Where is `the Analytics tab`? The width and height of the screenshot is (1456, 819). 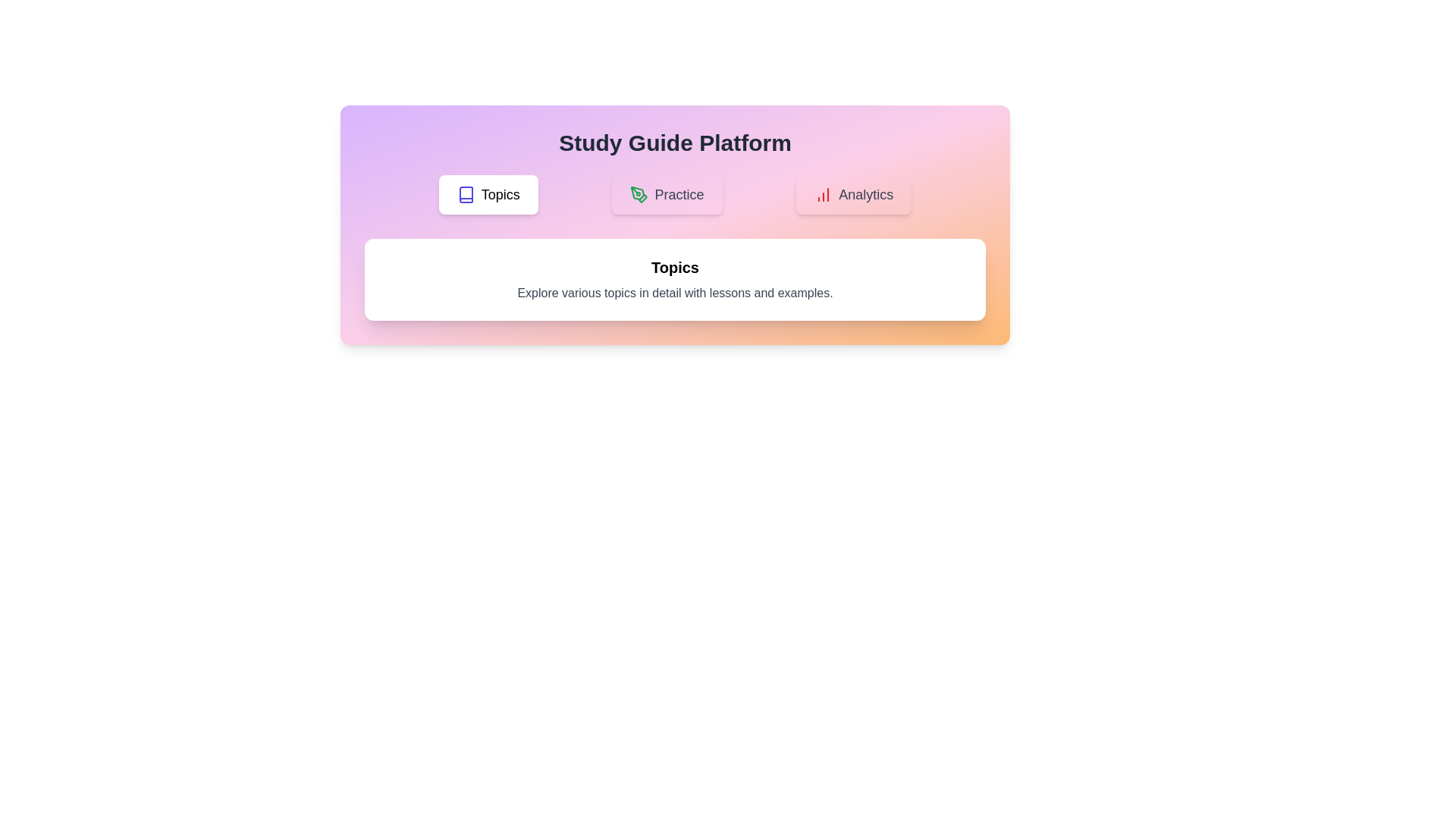 the Analytics tab is located at coordinates (854, 194).